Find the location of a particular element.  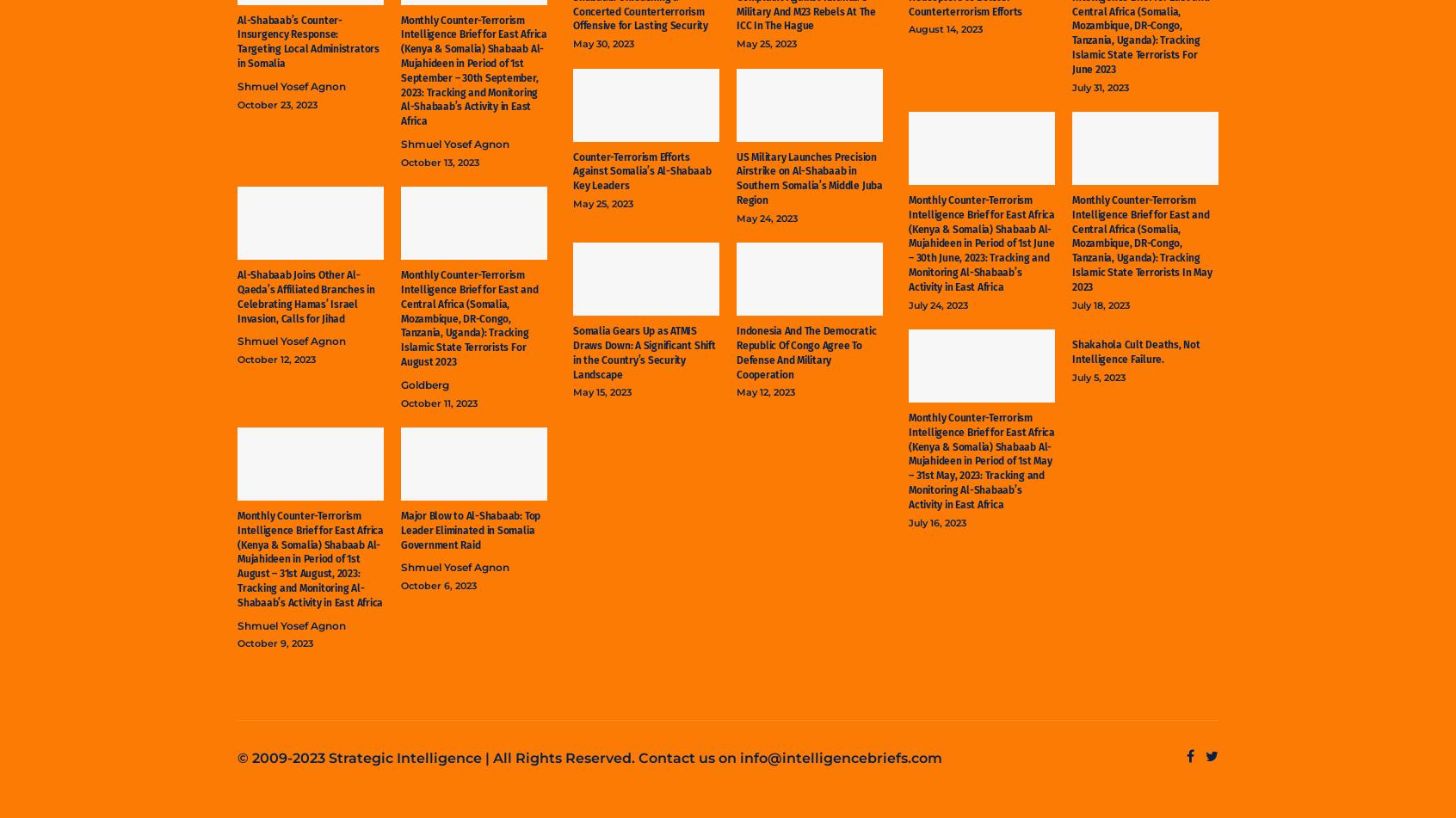

'July 31, 2023' is located at coordinates (1071, 86).